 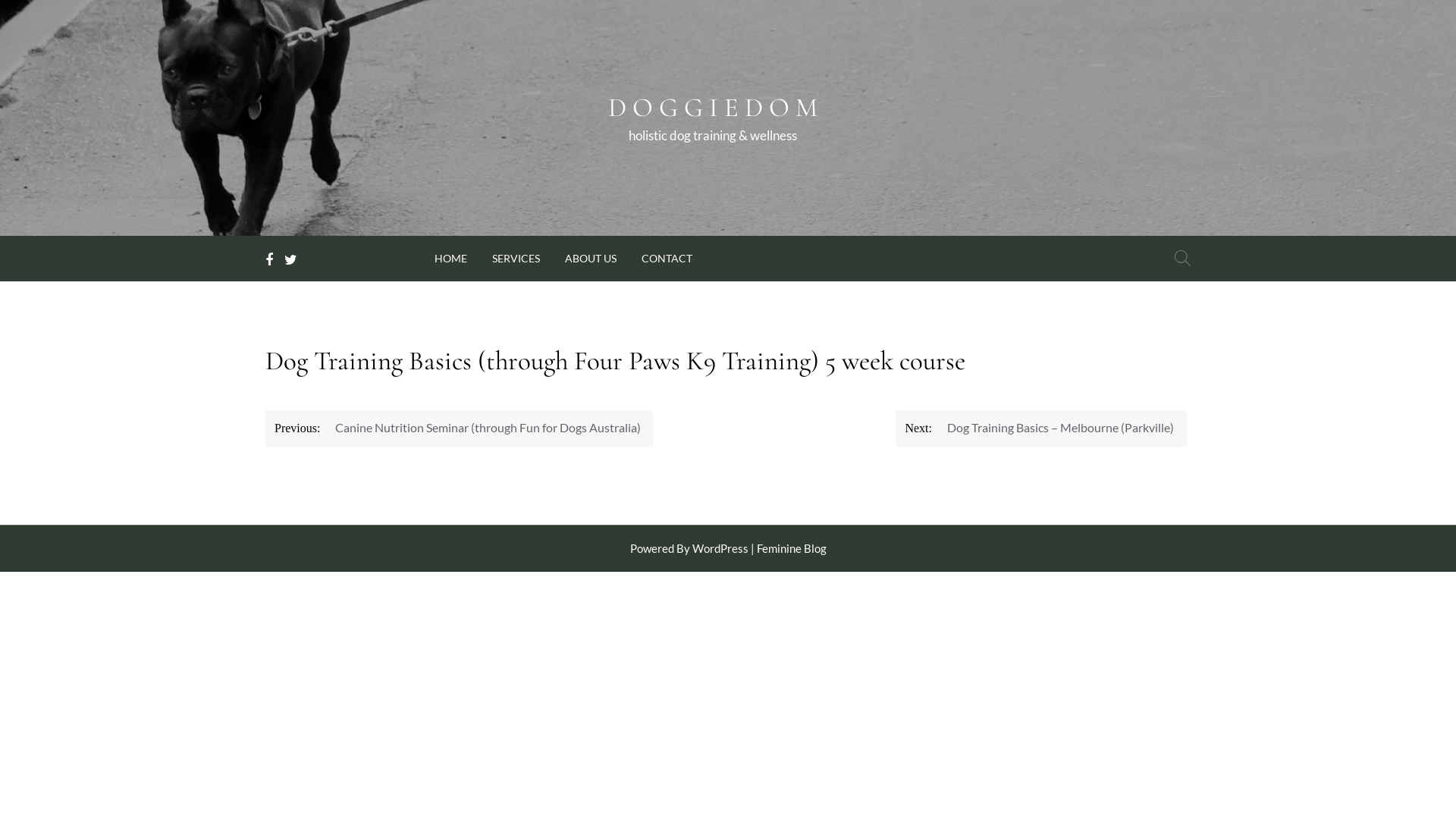 I want to click on 'ABOUT US', so click(x=589, y=256).